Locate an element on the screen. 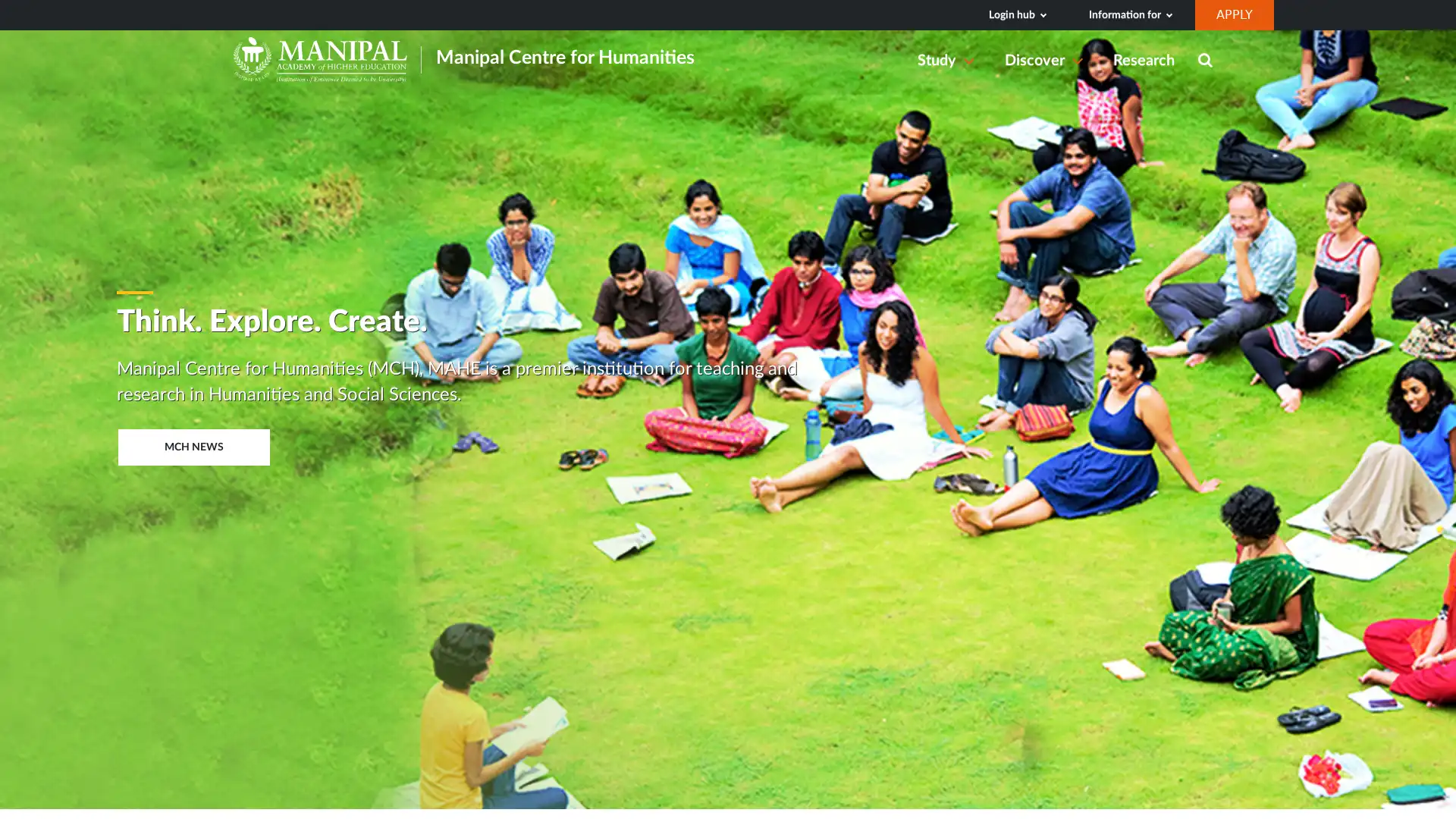 The width and height of the screenshot is (1456, 819). Search button is located at coordinates (1204, 61).